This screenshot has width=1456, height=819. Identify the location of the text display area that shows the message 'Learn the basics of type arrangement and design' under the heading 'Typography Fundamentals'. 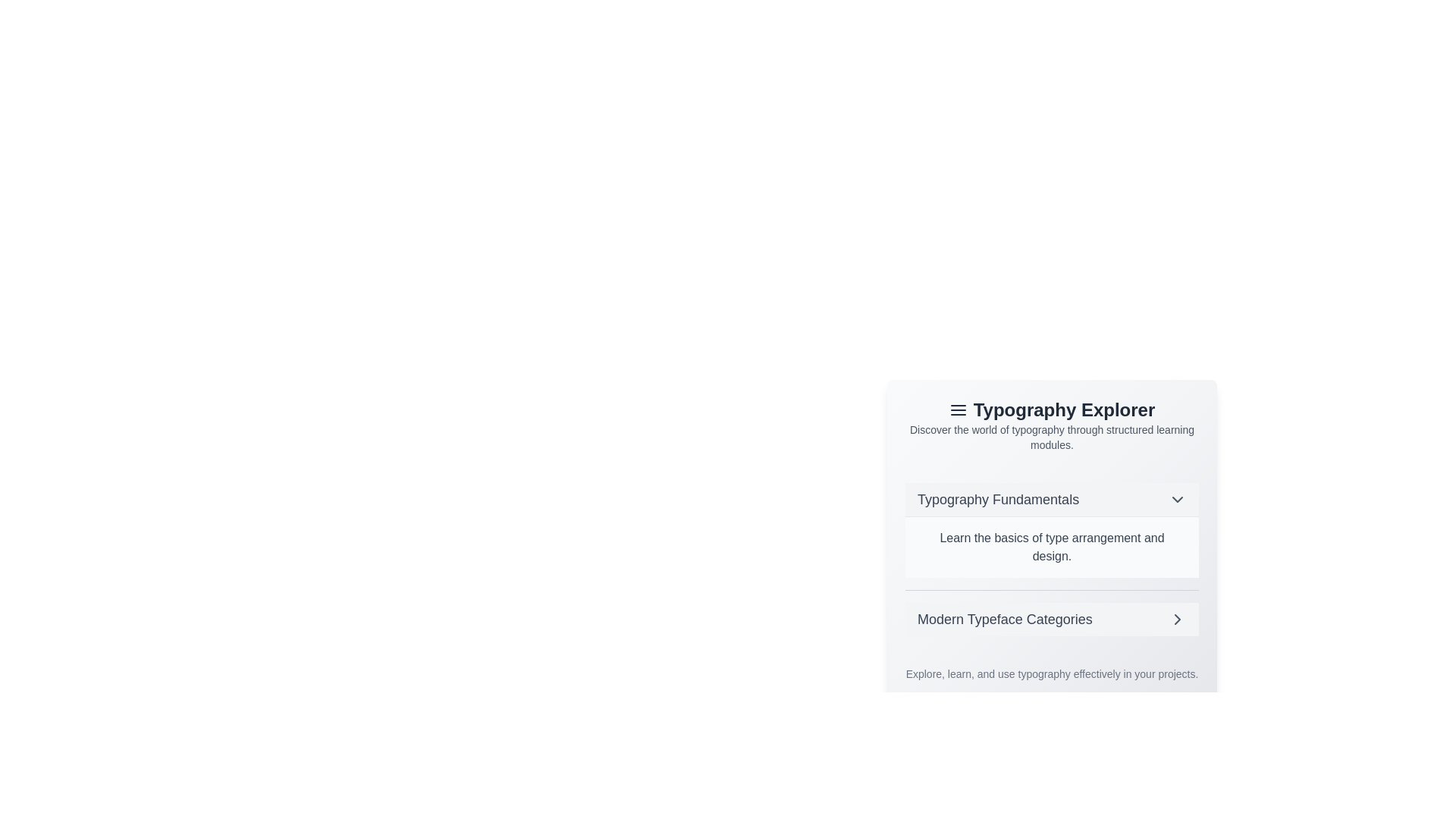
(1051, 526).